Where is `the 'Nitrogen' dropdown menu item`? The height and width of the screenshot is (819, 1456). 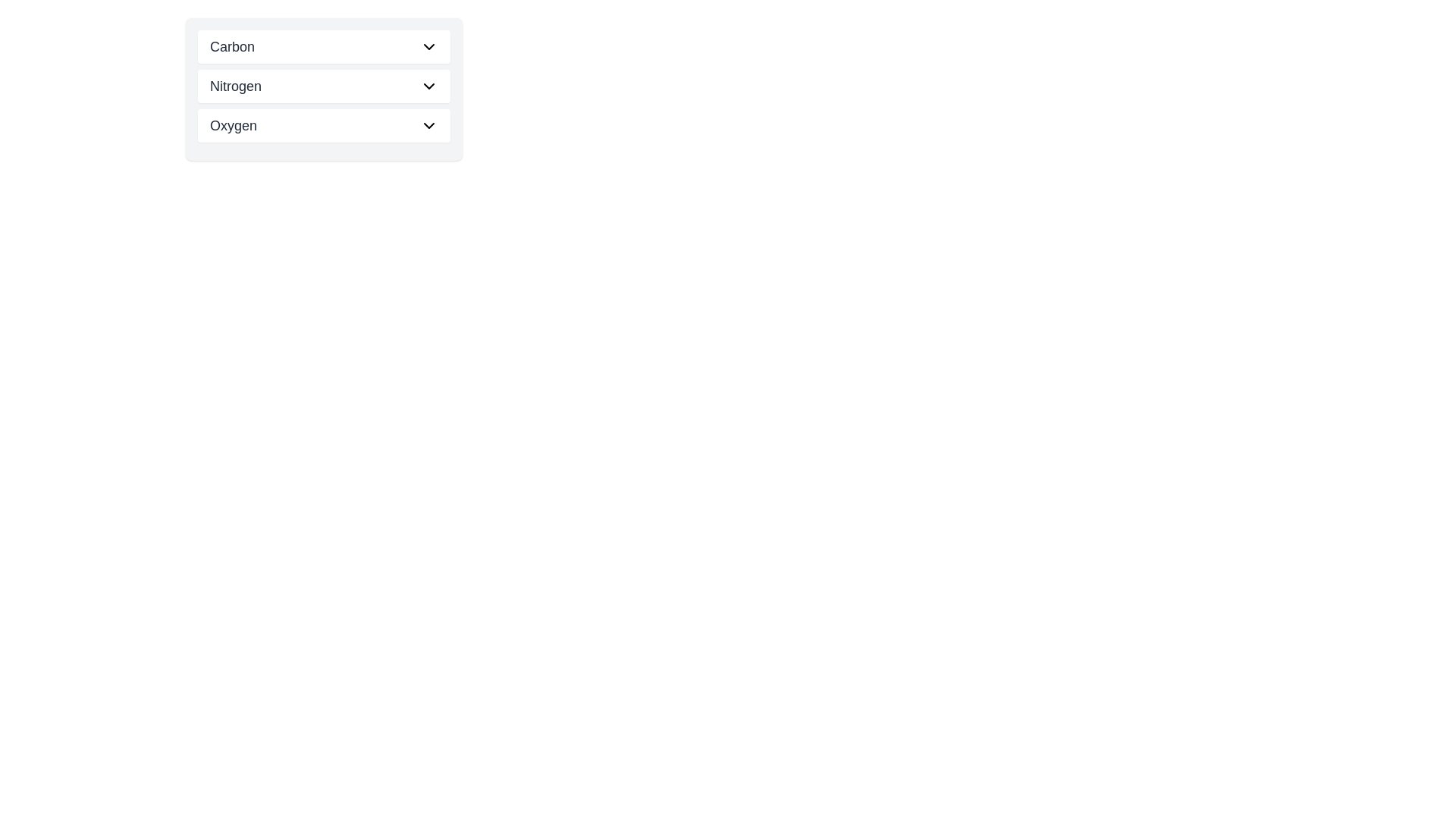 the 'Nitrogen' dropdown menu item is located at coordinates (323, 89).